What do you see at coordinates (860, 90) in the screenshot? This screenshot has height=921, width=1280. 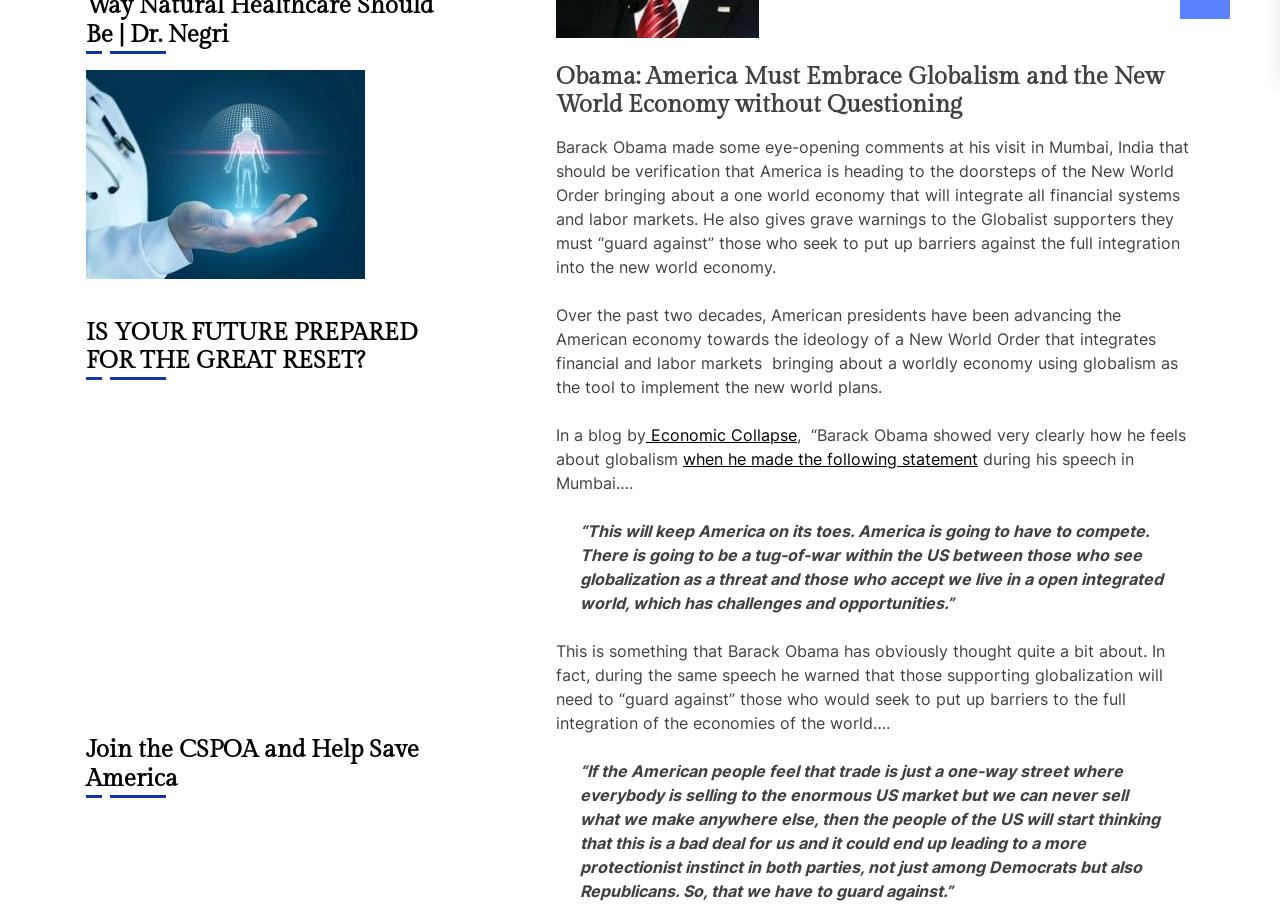 I see `'Obama: America Must Embrace Globalism and the New World Economy without Questioning'` at bounding box center [860, 90].